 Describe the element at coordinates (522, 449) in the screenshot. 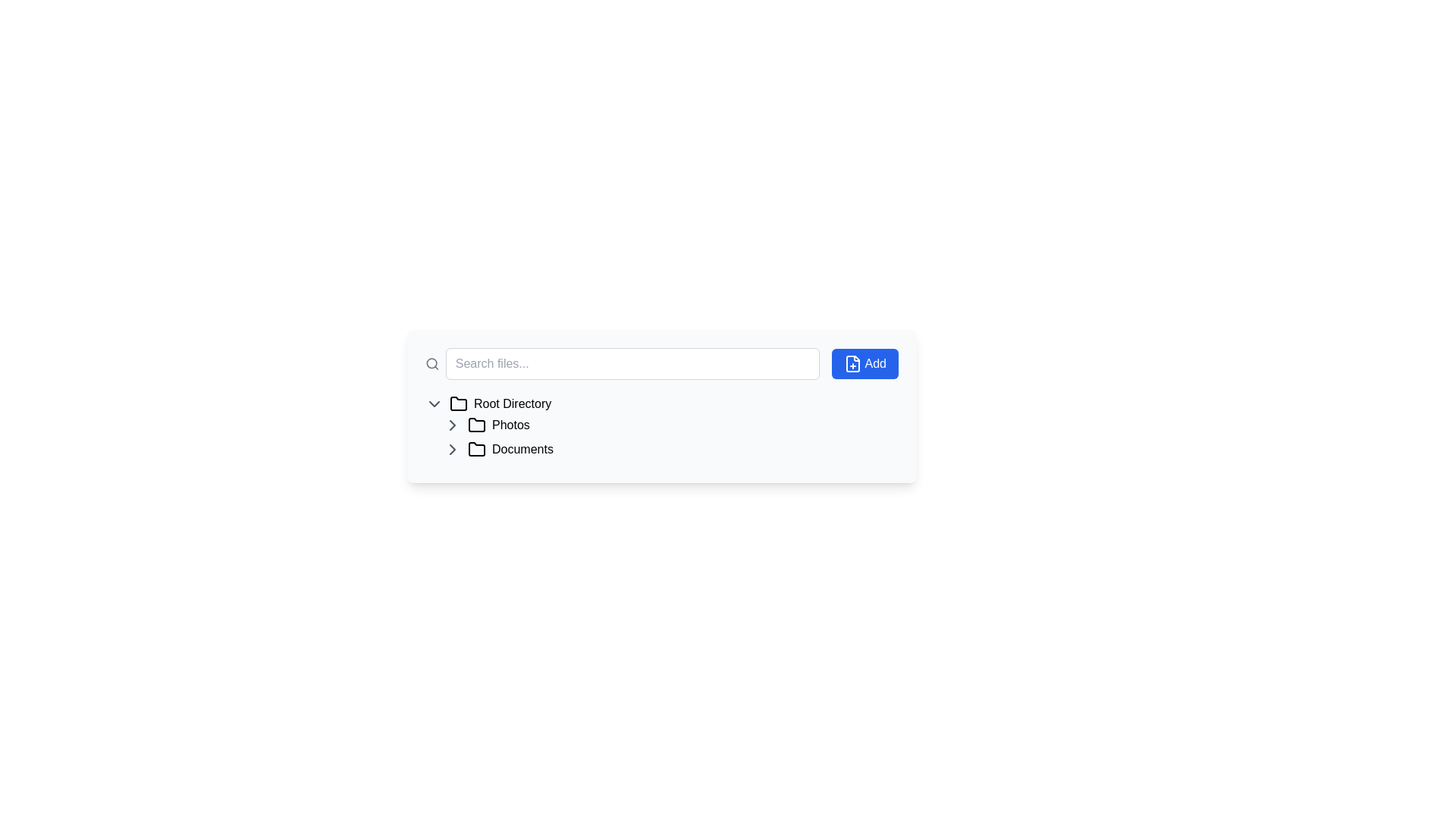

I see `the non-interactive 'Documents' text label in the file manager, which is the third entry in the vertical list after 'Root Directory' and 'Photos'` at that location.